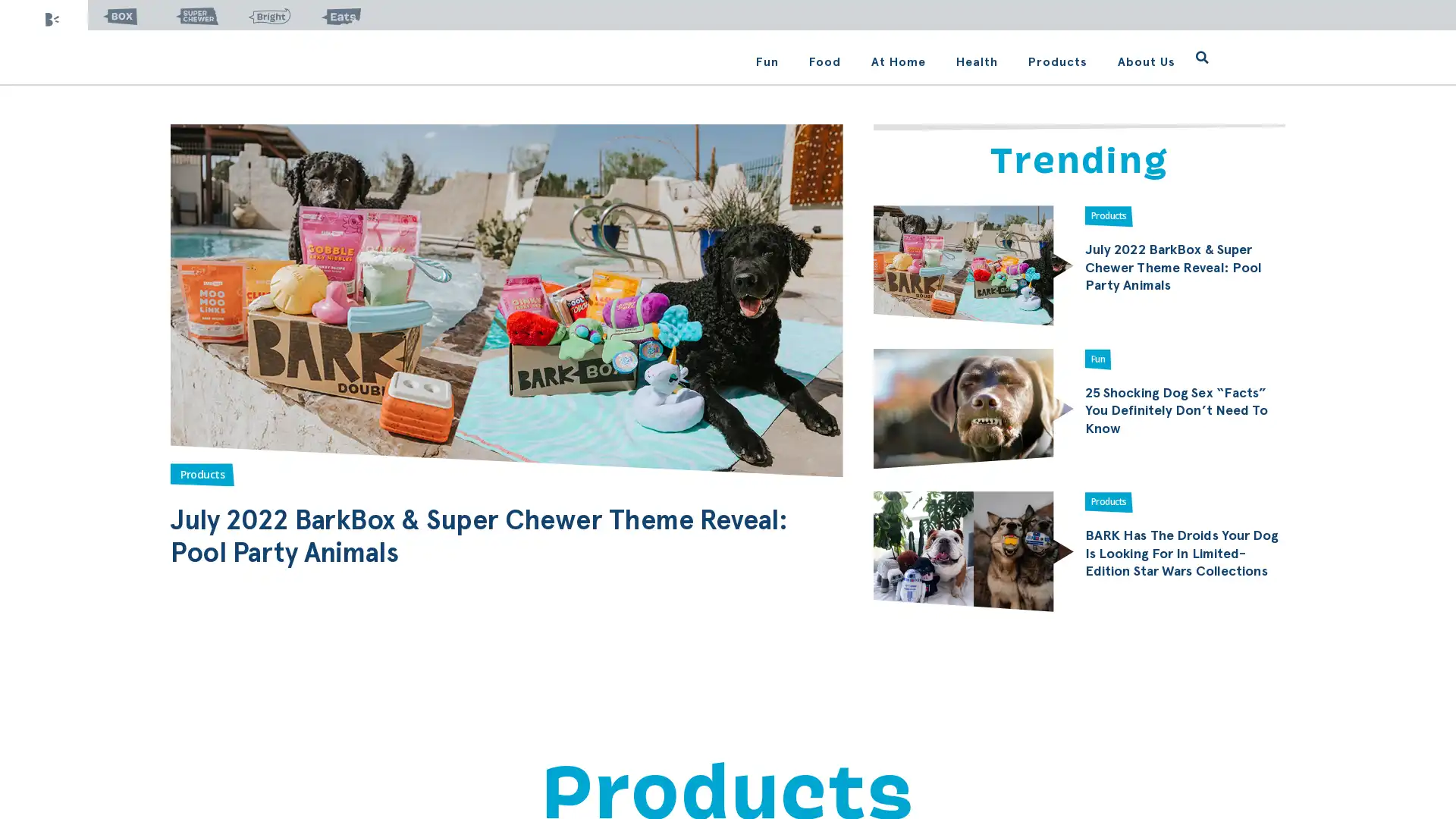 The width and height of the screenshot is (1456, 819). I want to click on Close, so click(899, 218).